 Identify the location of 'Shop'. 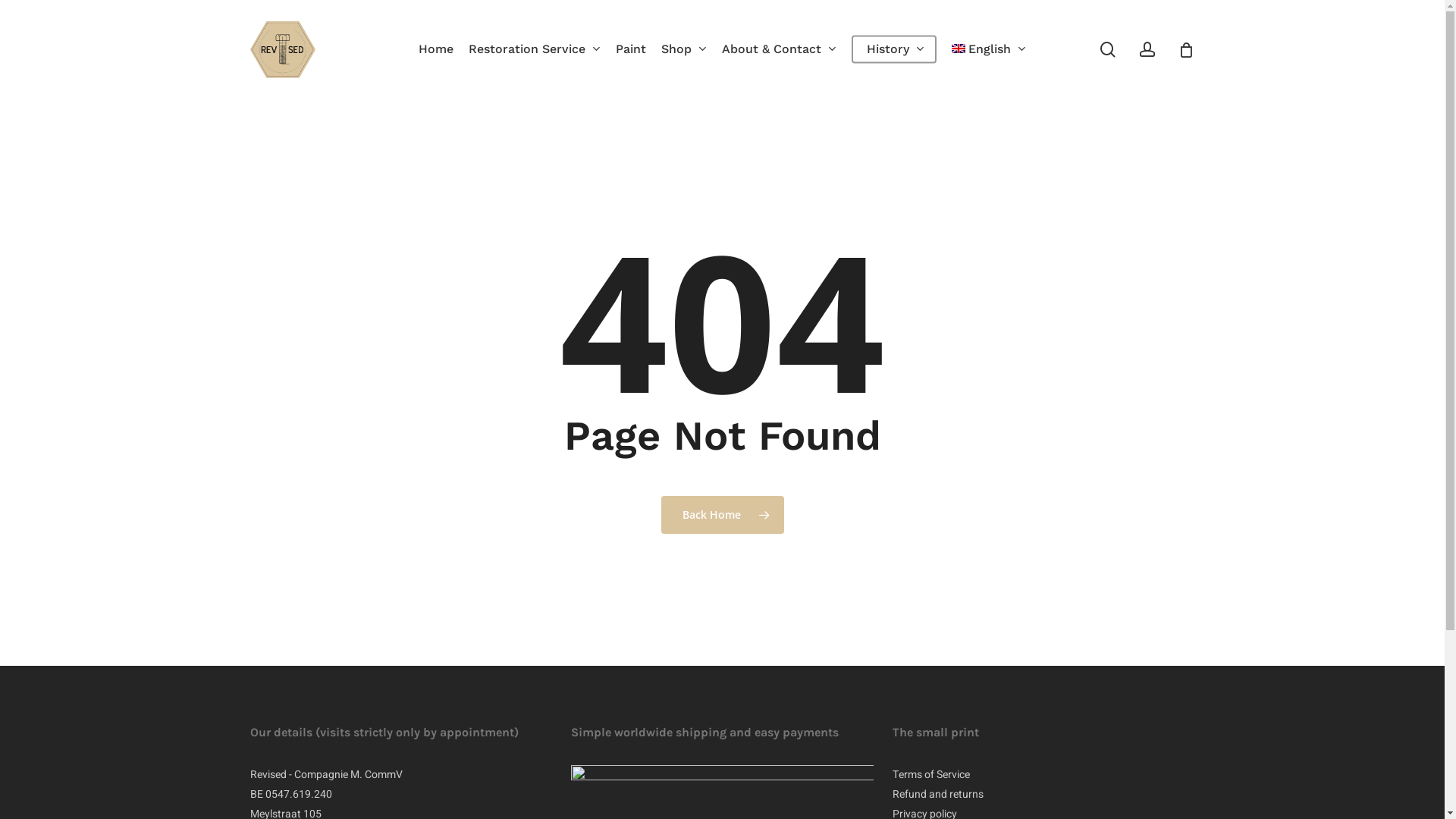
(683, 49).